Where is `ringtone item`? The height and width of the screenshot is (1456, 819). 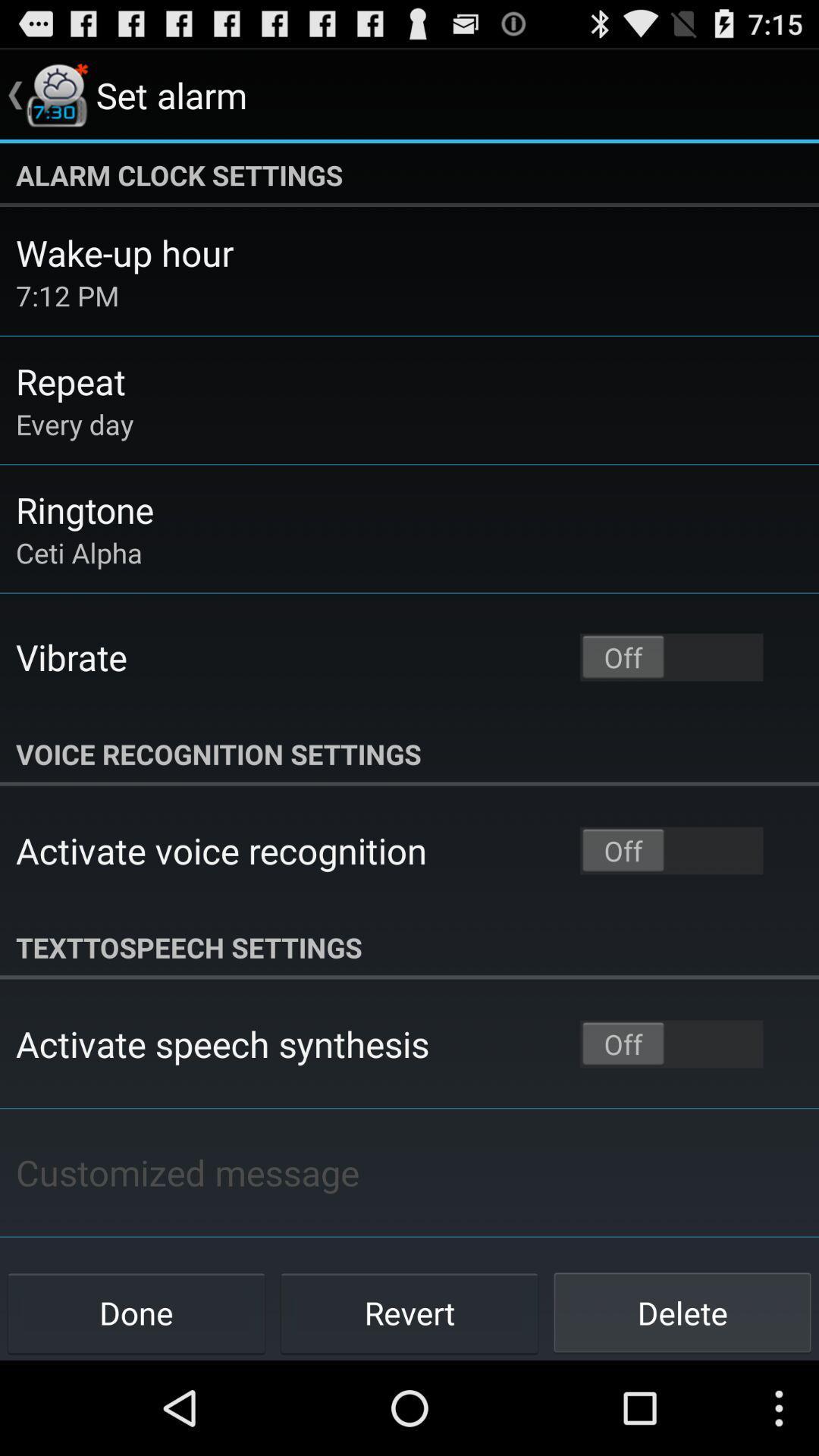 ringtone item is located at coordinates (85, 510).